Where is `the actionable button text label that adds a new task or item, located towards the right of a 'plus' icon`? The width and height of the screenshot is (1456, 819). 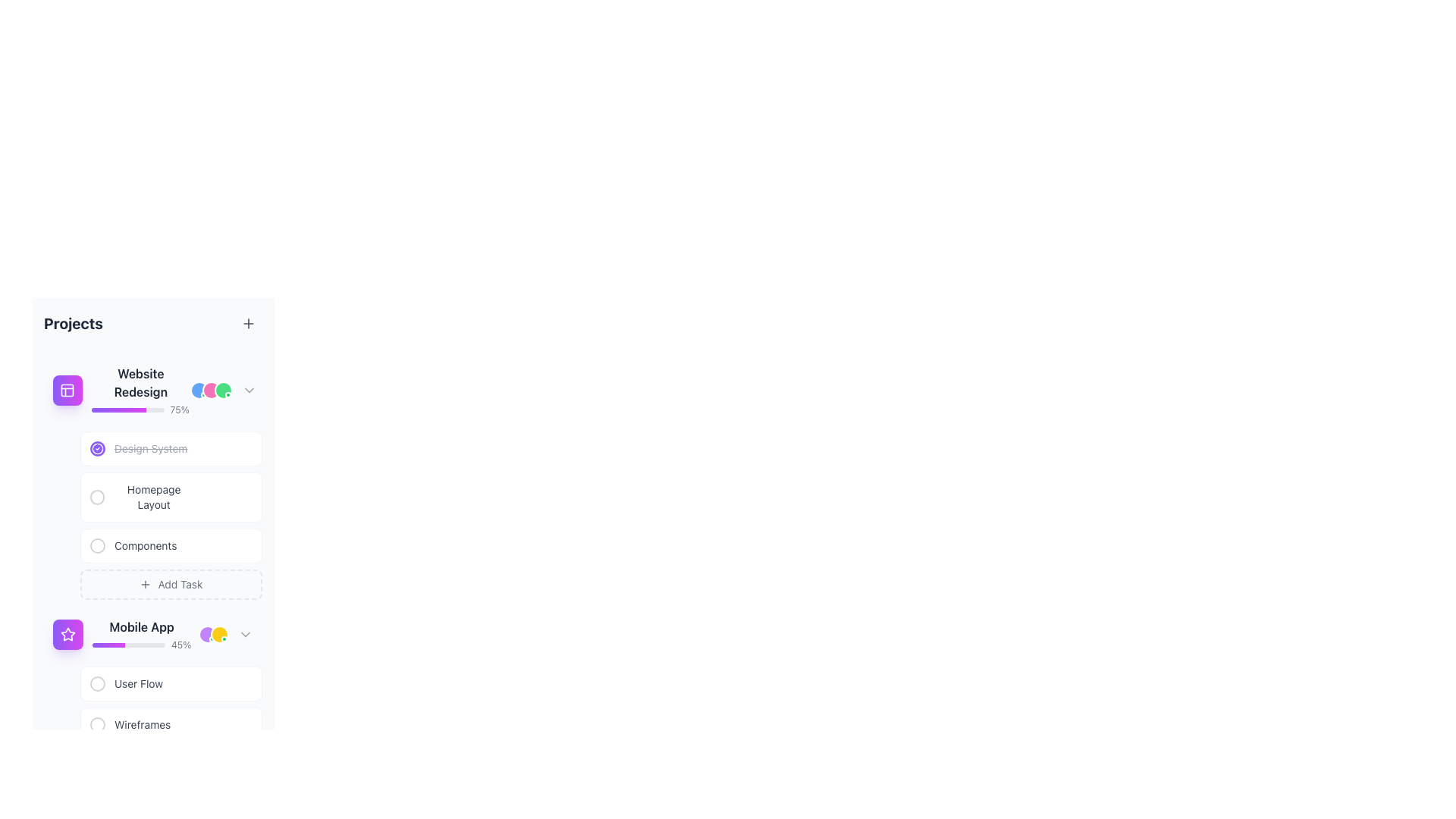 the actionable button text label that adds a new task or item, located towards the right of a 'plus' icon is located at coordinates (180, 584).